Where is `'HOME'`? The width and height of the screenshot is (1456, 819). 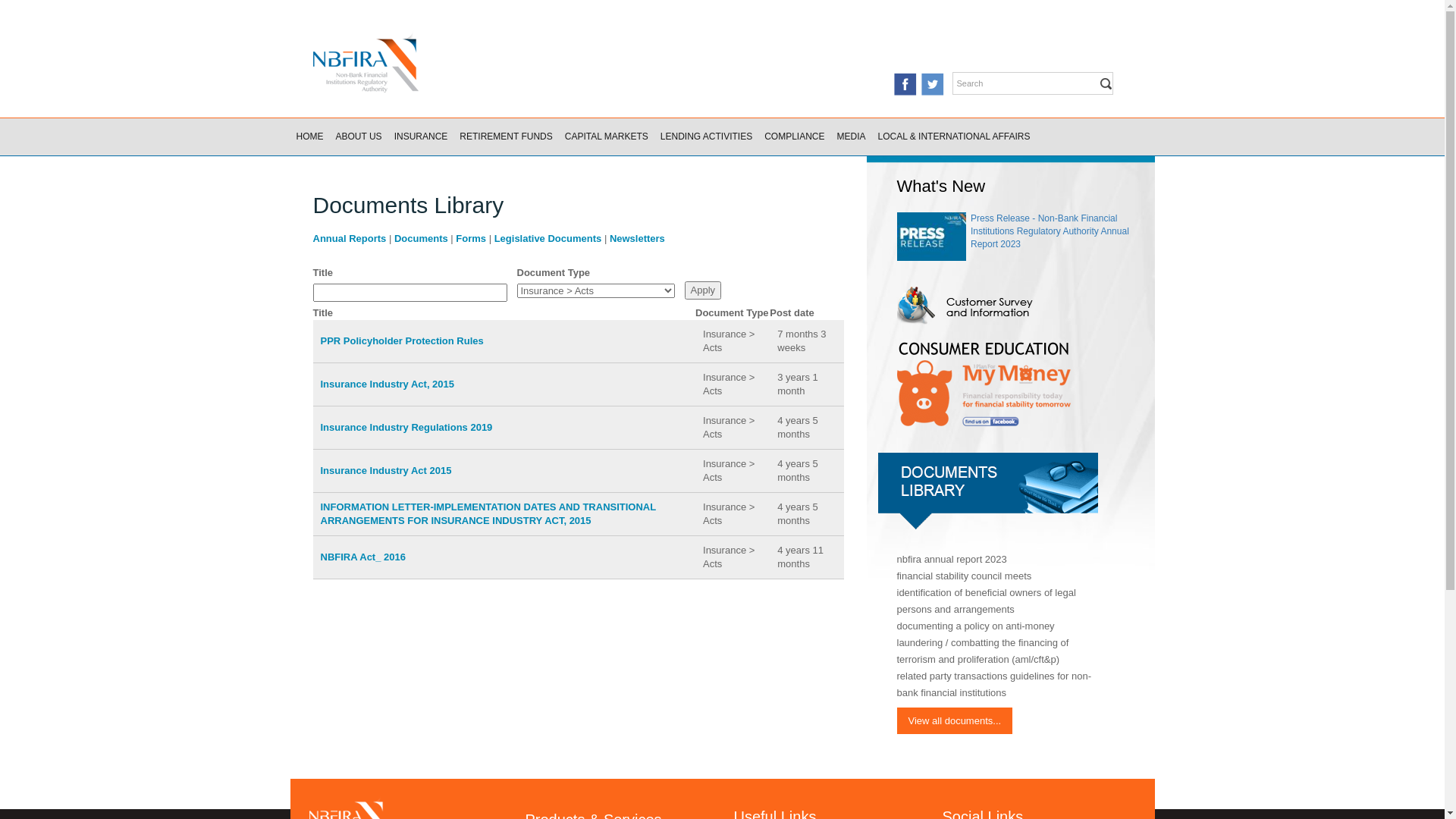 'HOME' is located at coordinates (309, 136).